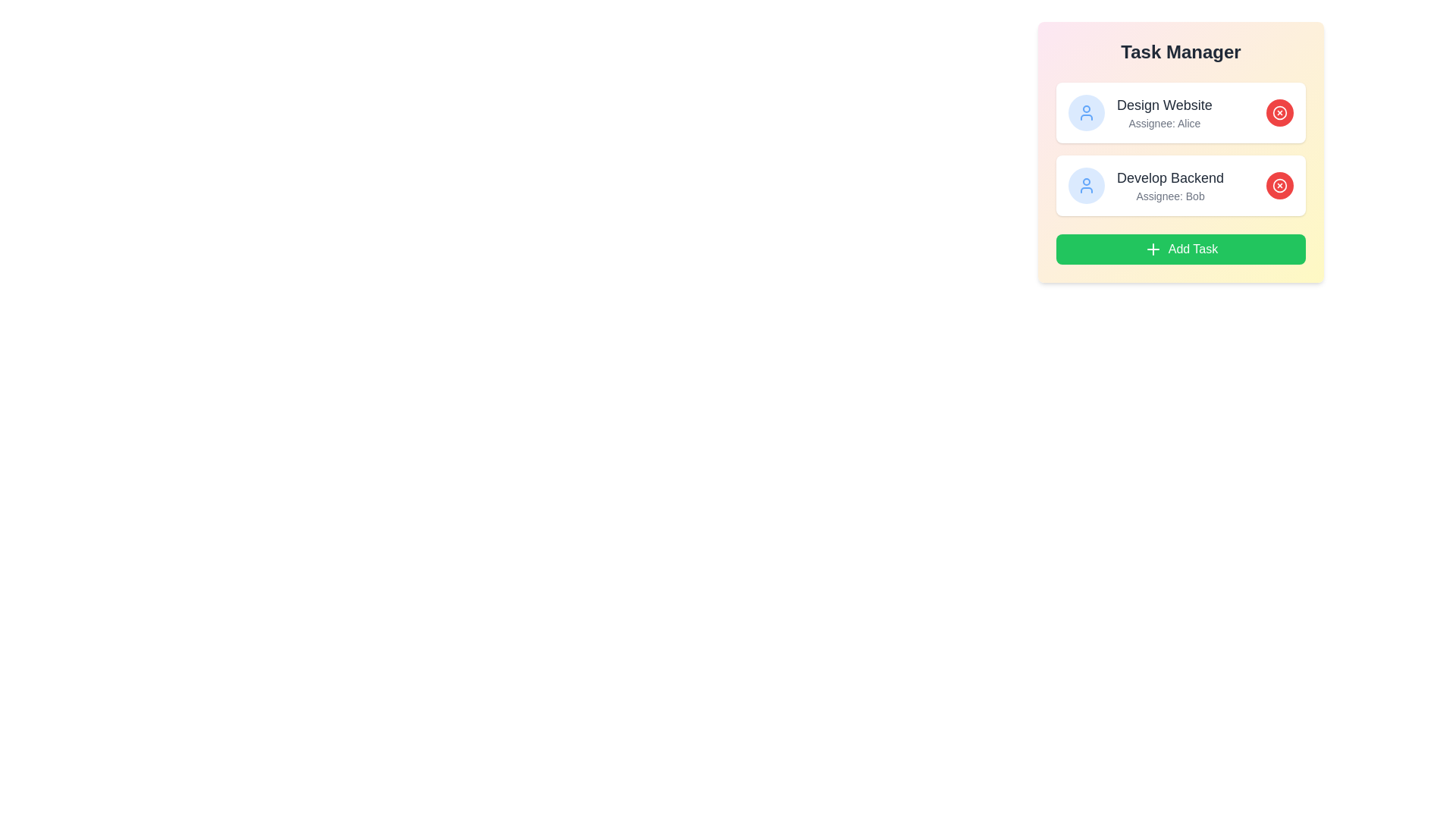 The height and width of the screenshot is (819, 1456). Describe the element at coordinates (1163, 104) in the screenshot. I see `the Text Label that identifies the first task item in the Task Manager section, located above the 'Assignee: Alice' text` at that location.